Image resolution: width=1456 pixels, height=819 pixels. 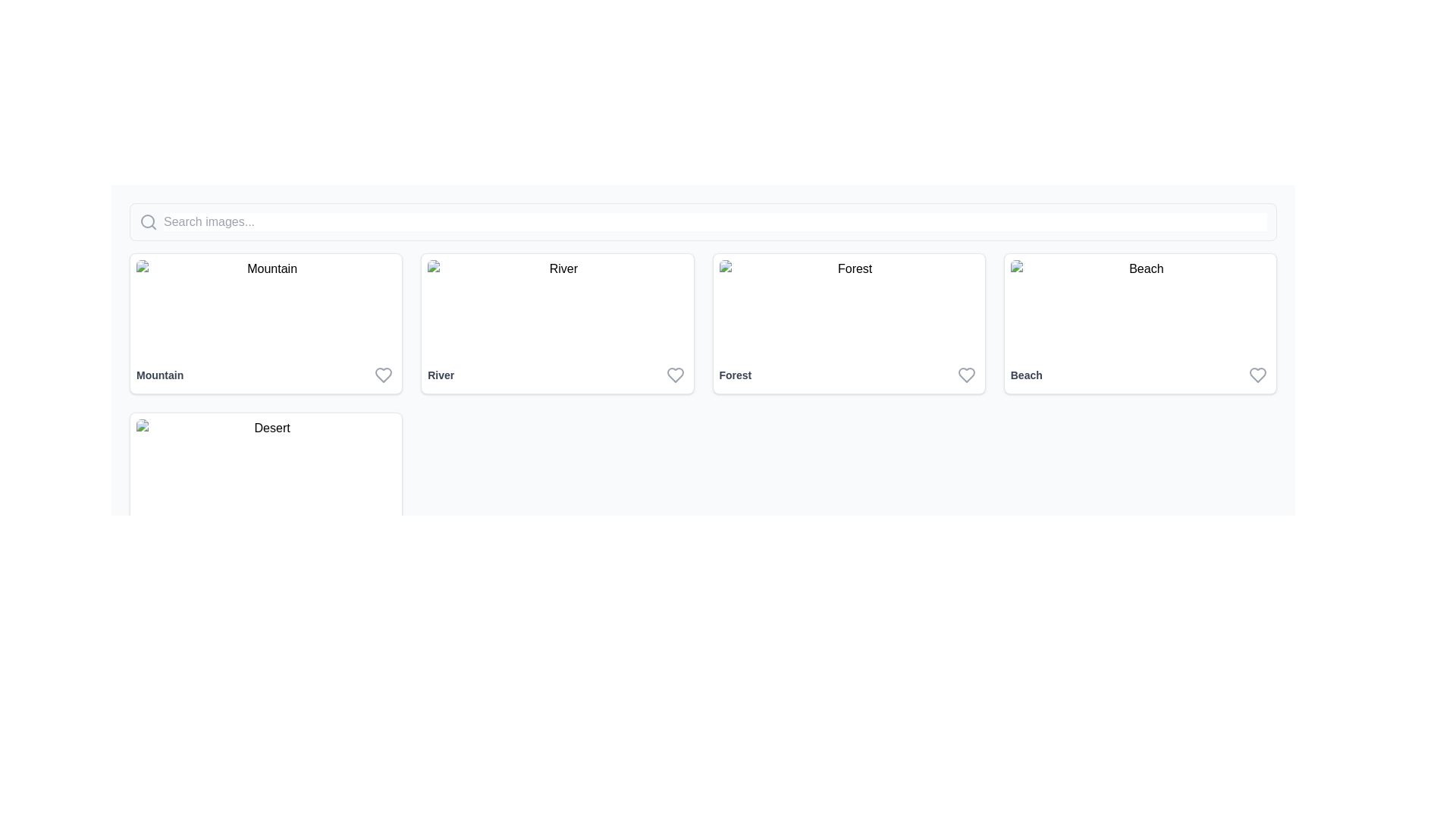 I want to click on static text element that serves as the title or label of the card labeled 'Forest', located in the lower middle of the card component, so click(x=735, y=375).